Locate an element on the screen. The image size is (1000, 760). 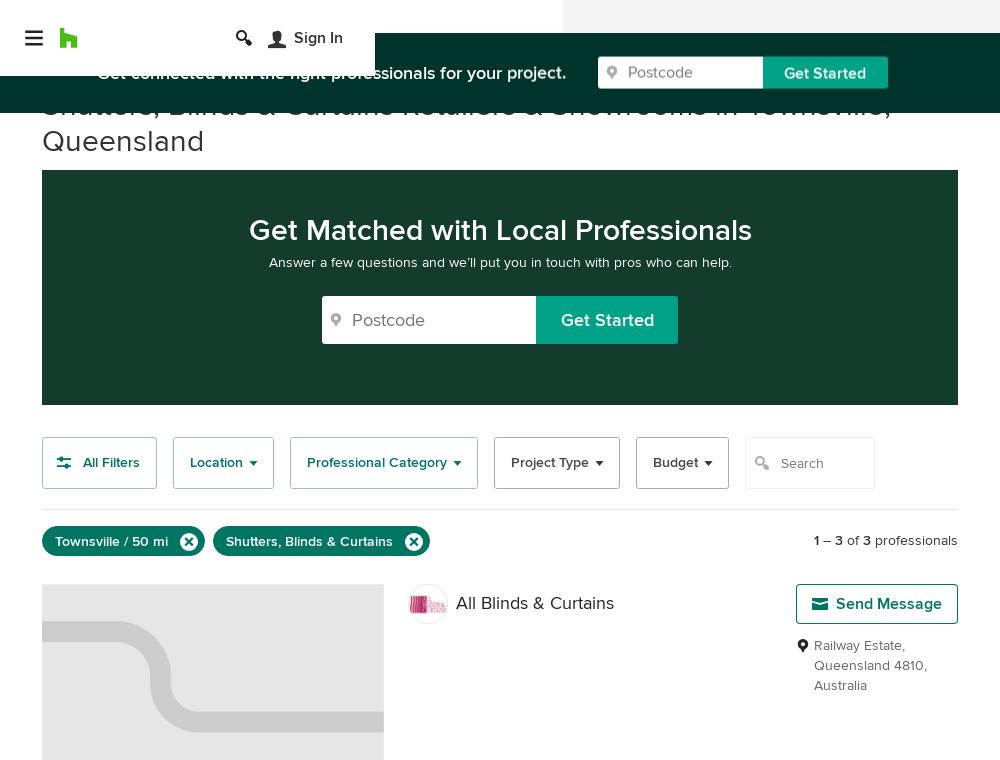
'of' is located at coordinates (852, 540).